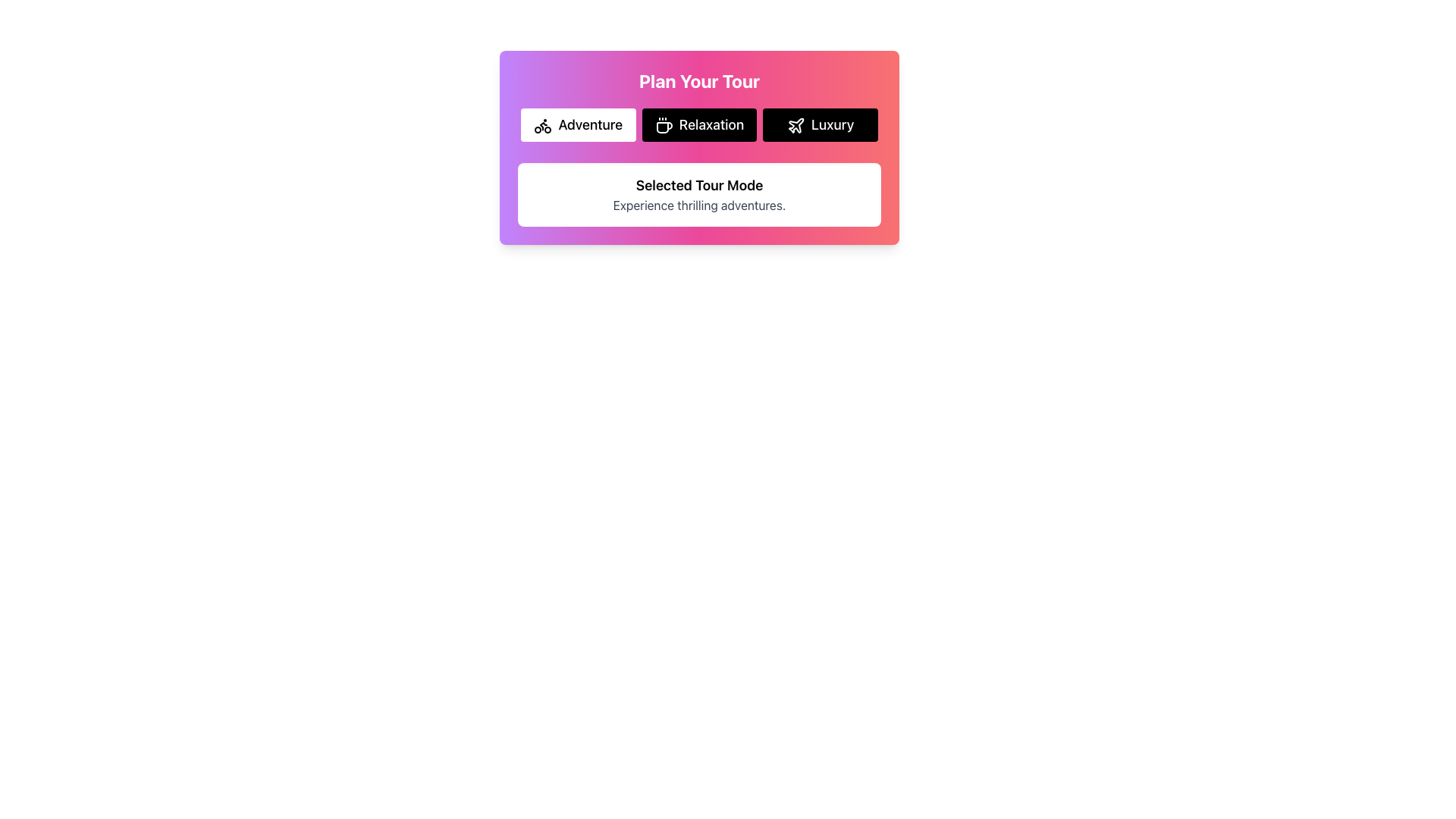 This screenshot has height=819, width=1456. Describe the element at coordinates (543, 125) in the screenshot. I see `the bike icon with a minimalist outline style located to the left of the 'Adventure' label in the 'Plan Your Tour' section` at that location.